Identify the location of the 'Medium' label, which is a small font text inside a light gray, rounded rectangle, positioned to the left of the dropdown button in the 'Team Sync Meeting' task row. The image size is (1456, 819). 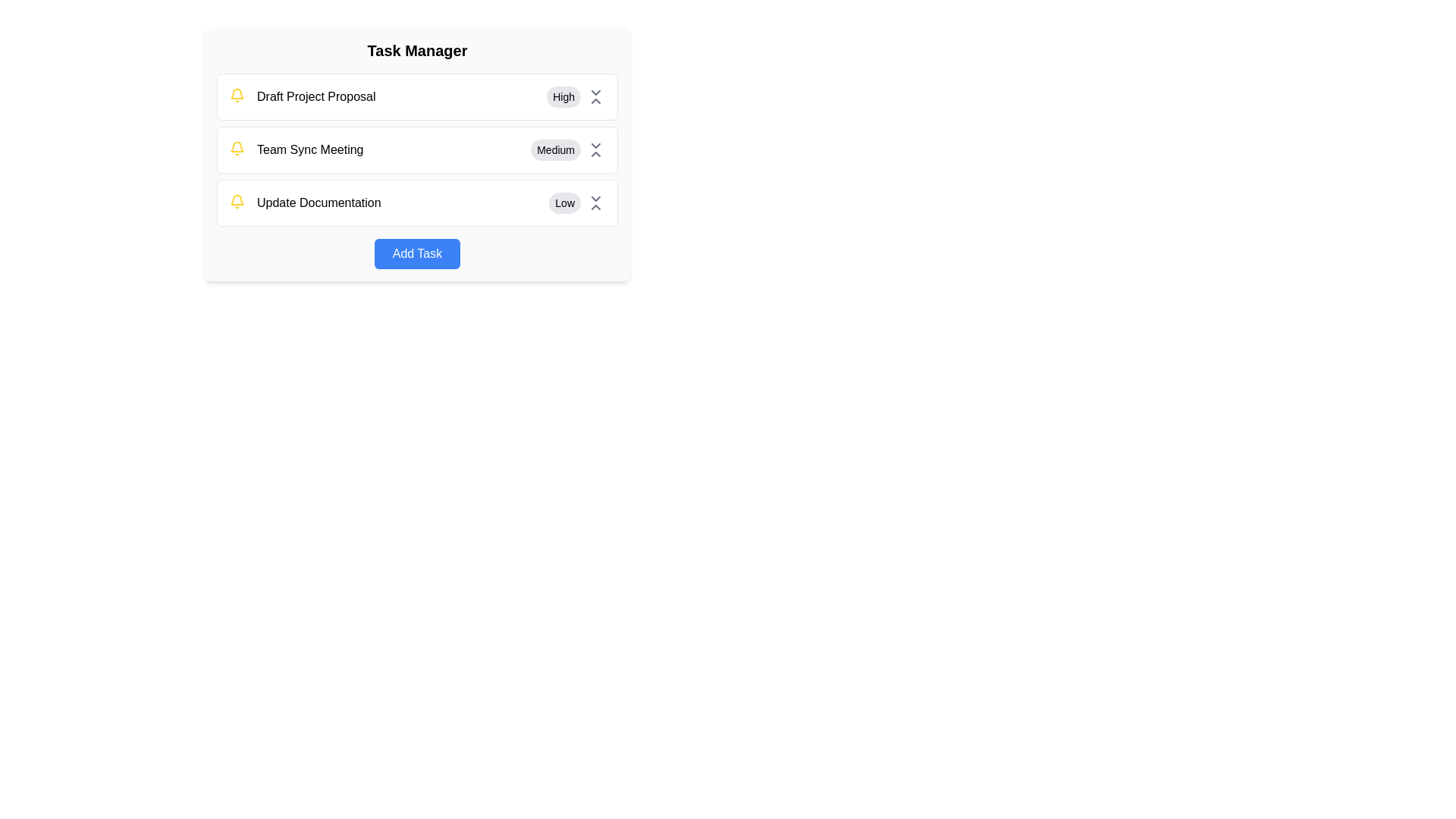
(555, 149).